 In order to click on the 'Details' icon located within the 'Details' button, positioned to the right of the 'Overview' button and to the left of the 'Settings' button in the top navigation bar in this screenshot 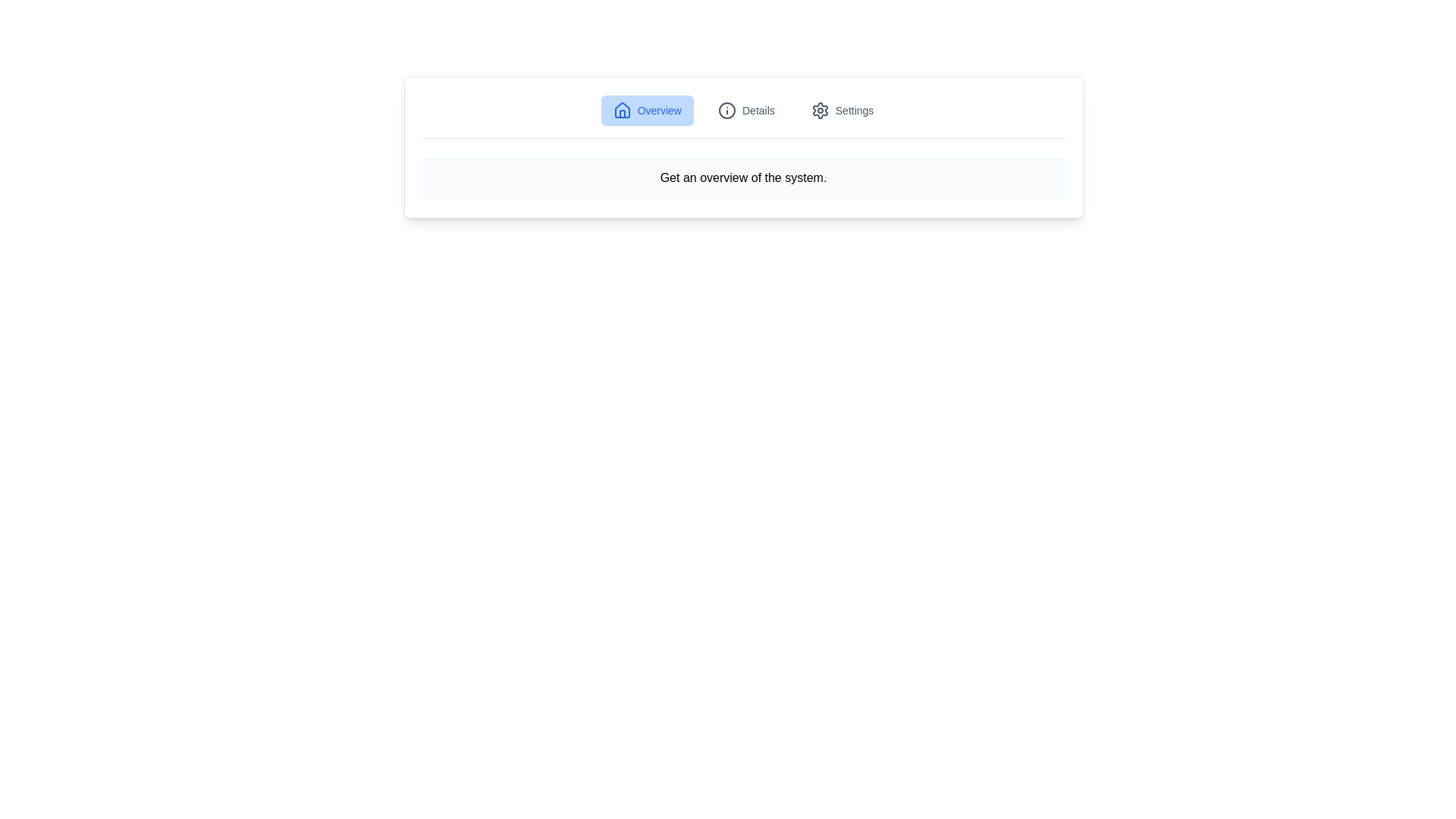, I will do `click(726, 110)`.